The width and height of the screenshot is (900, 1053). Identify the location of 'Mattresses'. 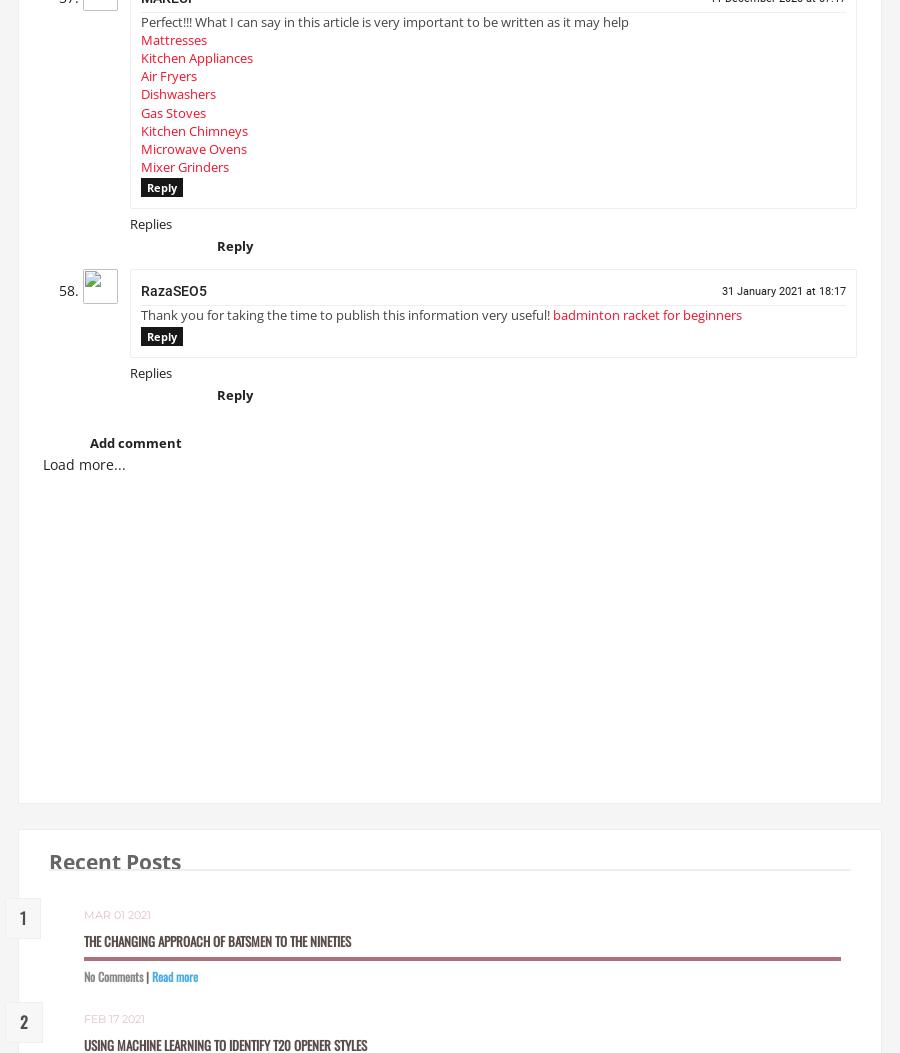
(173, 46).